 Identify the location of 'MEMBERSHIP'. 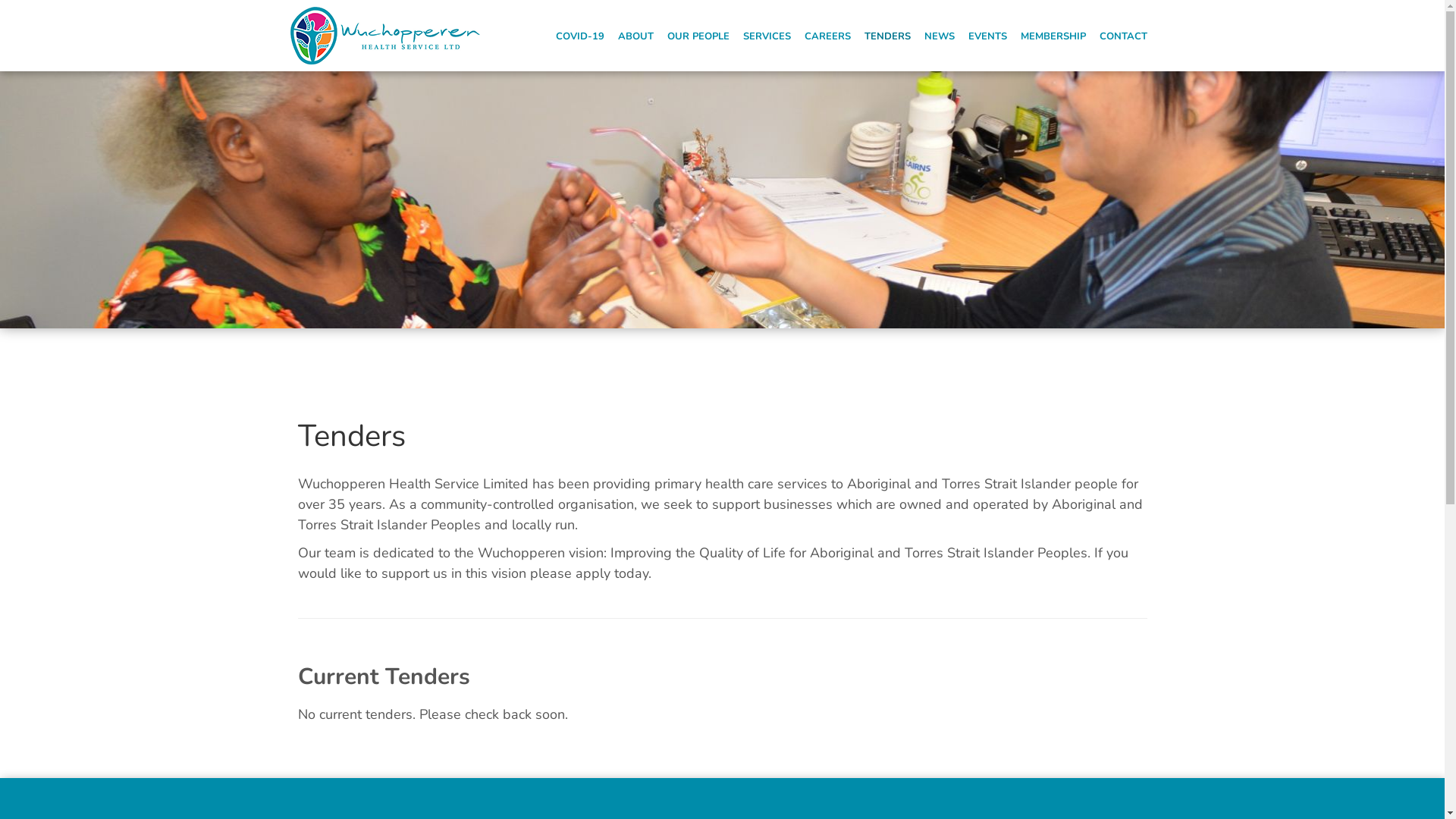
(1052, 35).